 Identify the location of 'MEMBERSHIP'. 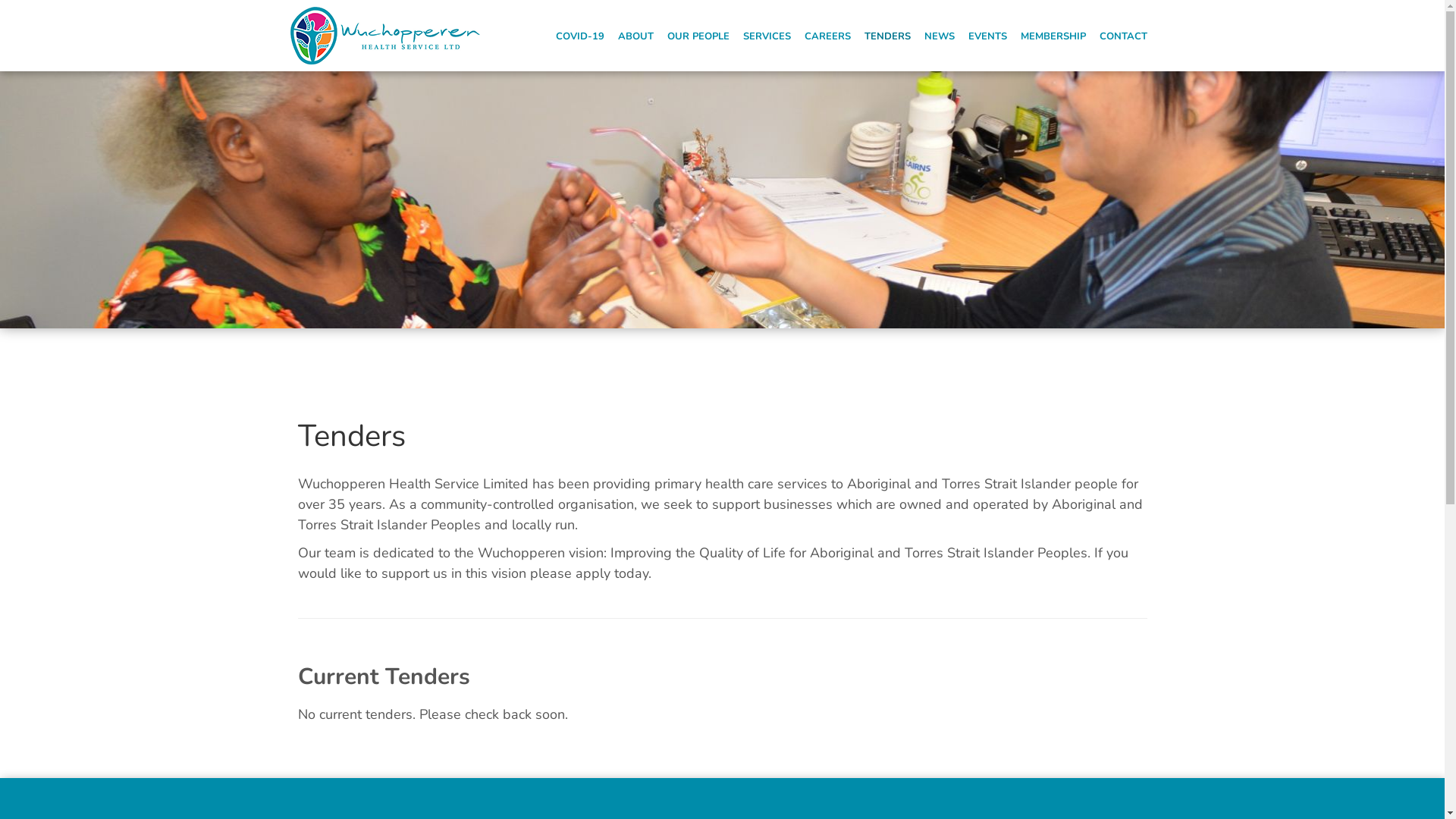
(1052, 35).